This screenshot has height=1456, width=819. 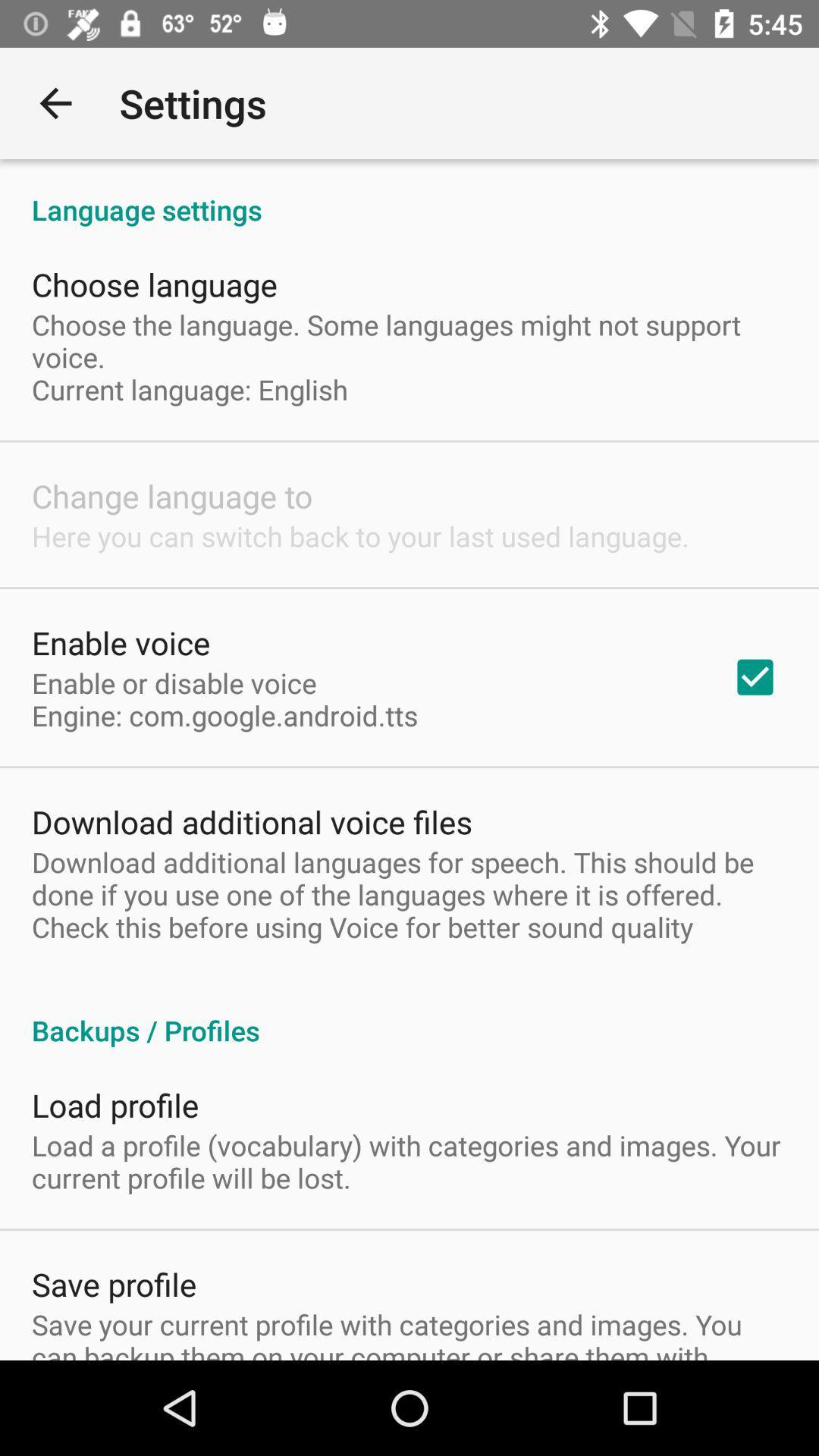 I want to click on item above choose language, so click(x=409, y=193).